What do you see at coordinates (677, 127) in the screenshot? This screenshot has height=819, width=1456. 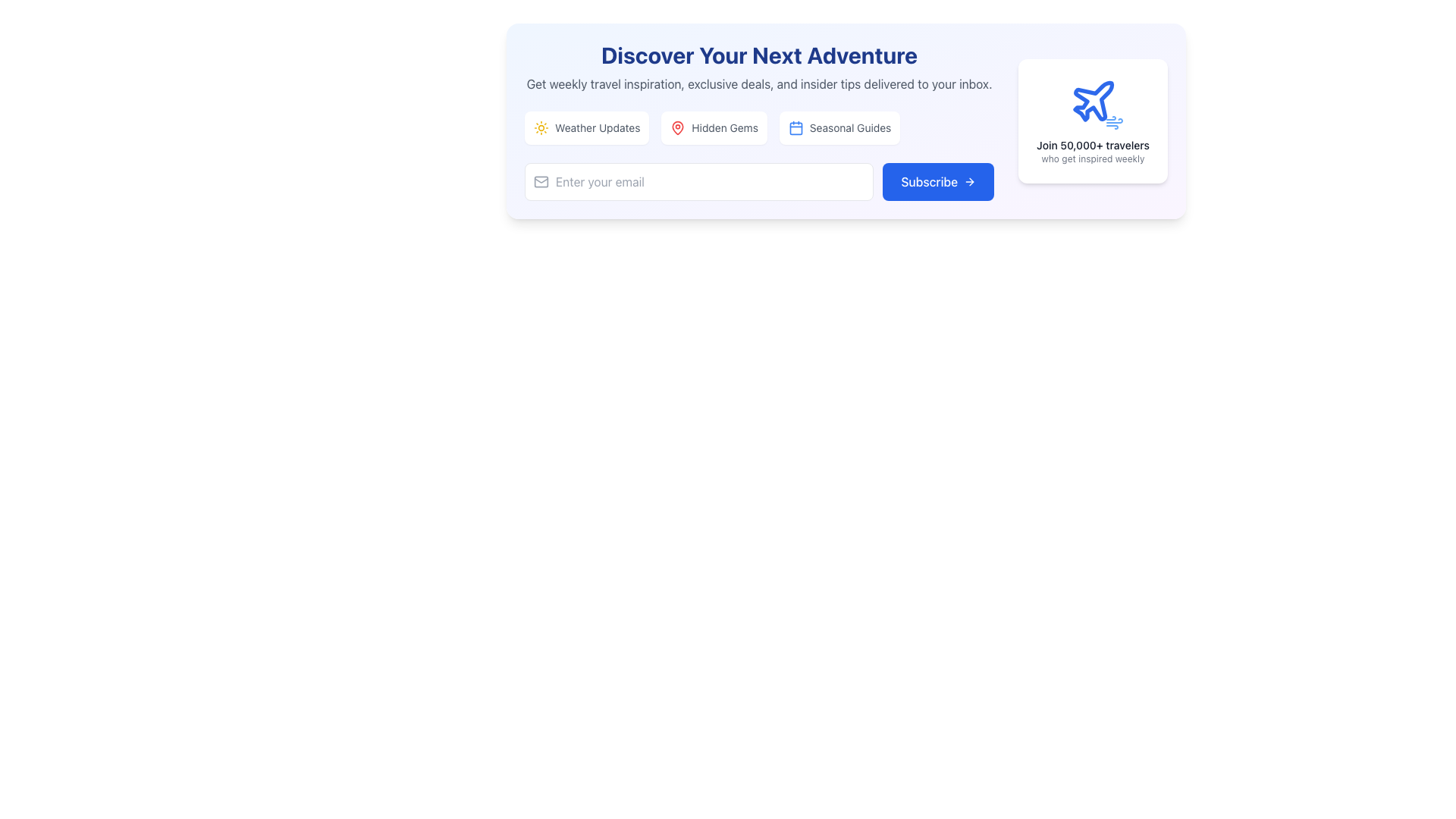 I see `the SVG icon representing 'Hidden Gems' located between 'Weather Updates' and 'Seasonal Guides'` at bounding box center [677, 127].